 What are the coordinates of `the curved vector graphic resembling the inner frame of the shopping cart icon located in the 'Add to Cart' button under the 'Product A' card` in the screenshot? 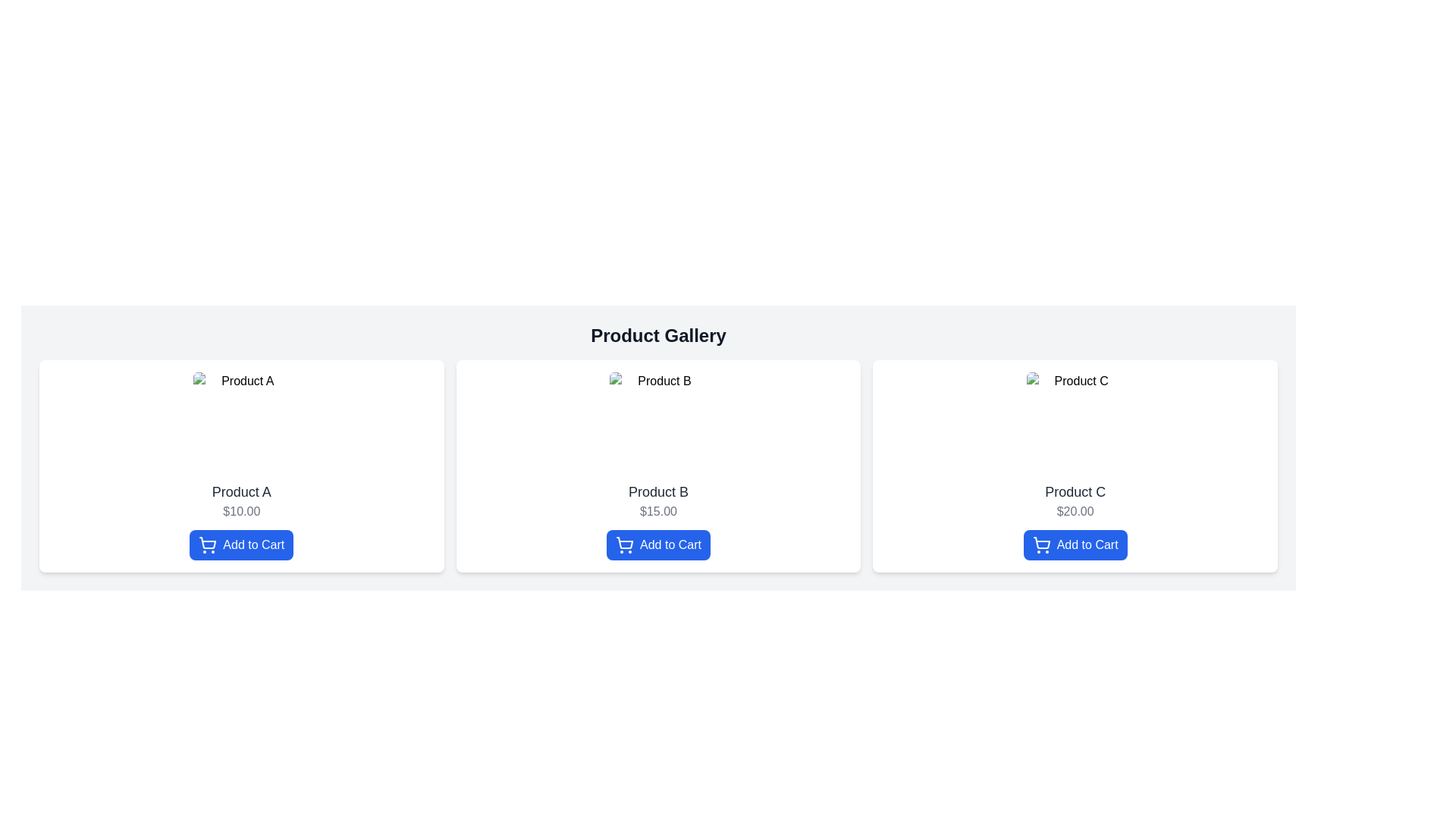 It's located at (207, 542).